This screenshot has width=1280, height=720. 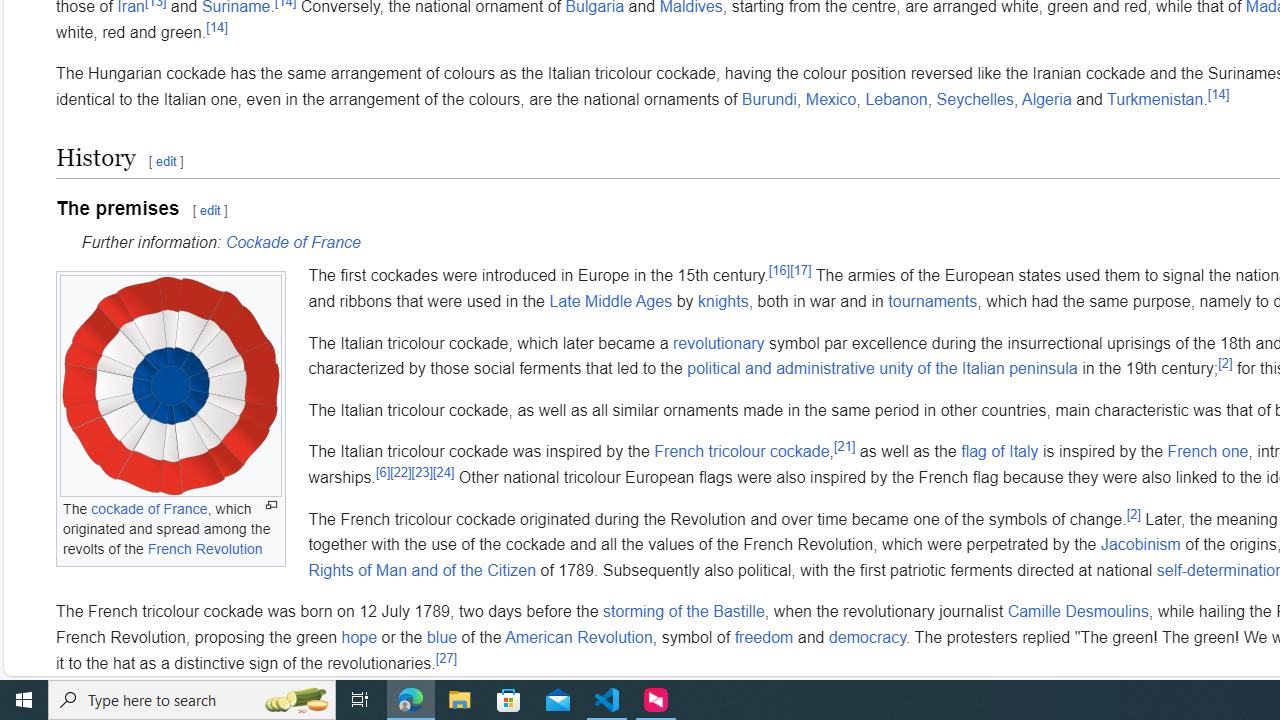 I want to click on 'cockade of France', so click(x=148, y=508).